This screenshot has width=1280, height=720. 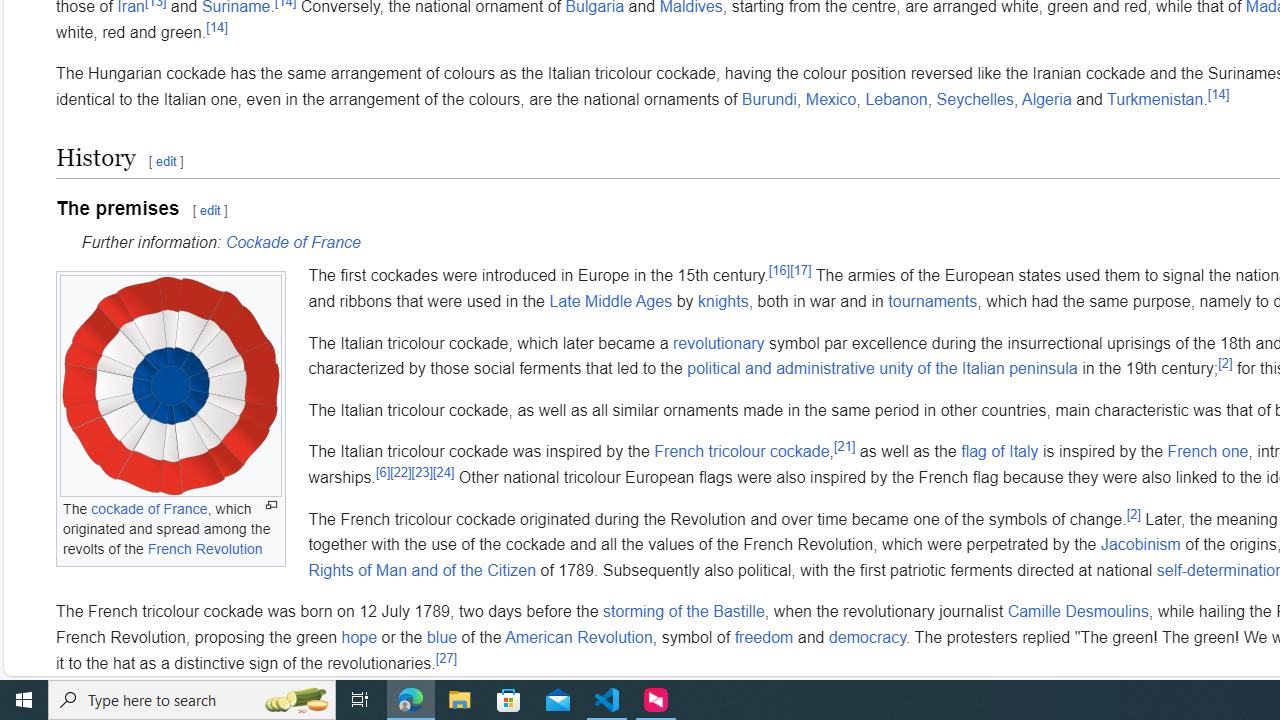 I want to click on 'cockade of France', so click(x=148, y=508).